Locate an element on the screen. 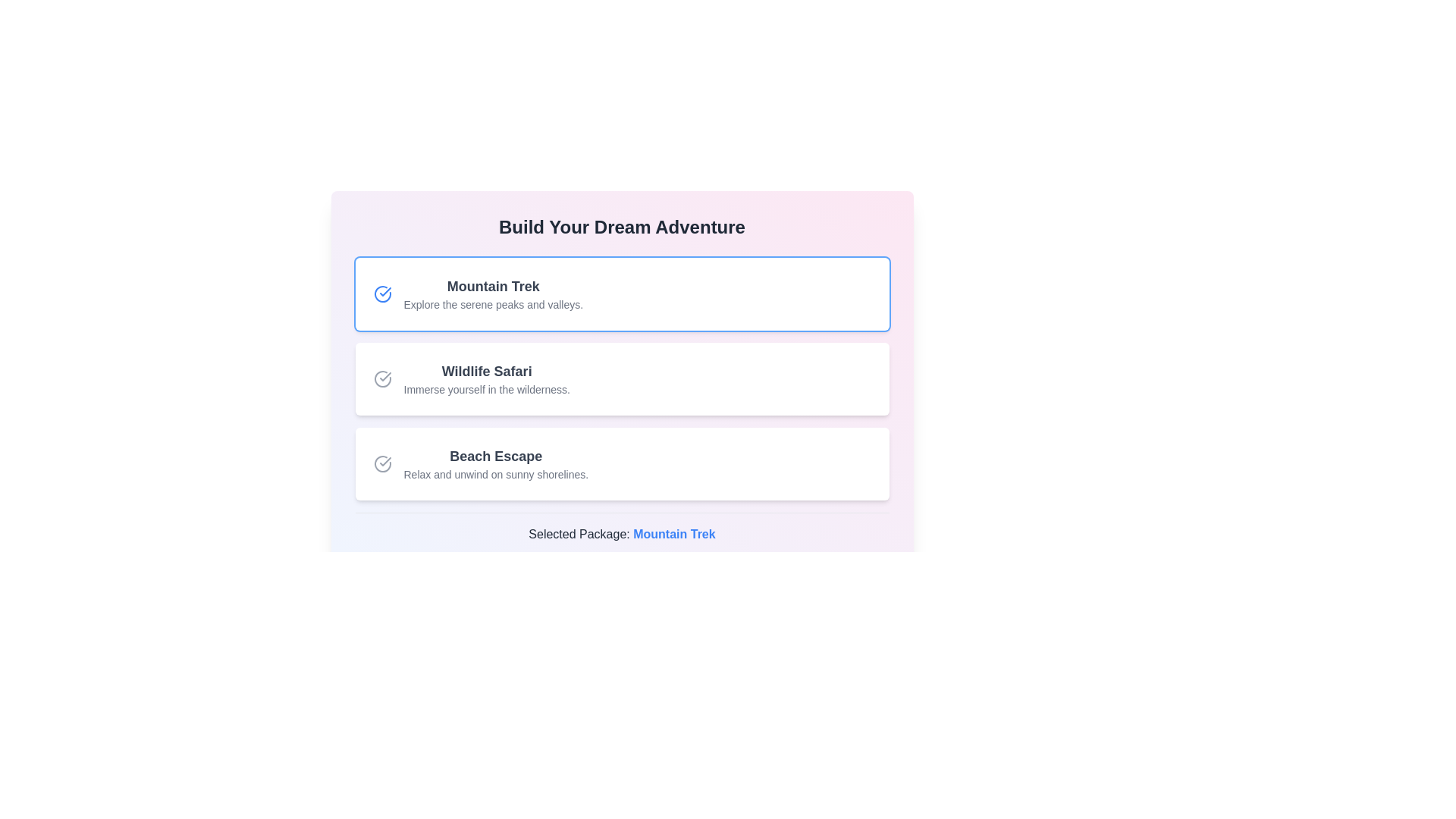 The width and height of the screenshot is (1456, 819). the descriptive text element containing the phrase 'Immerse yourself in the wilderness.' which is styled with a smaller font size and a lighter gray color, positioned beneath the 'Wildlife Safari' heading is located at coordinates (487, 388).